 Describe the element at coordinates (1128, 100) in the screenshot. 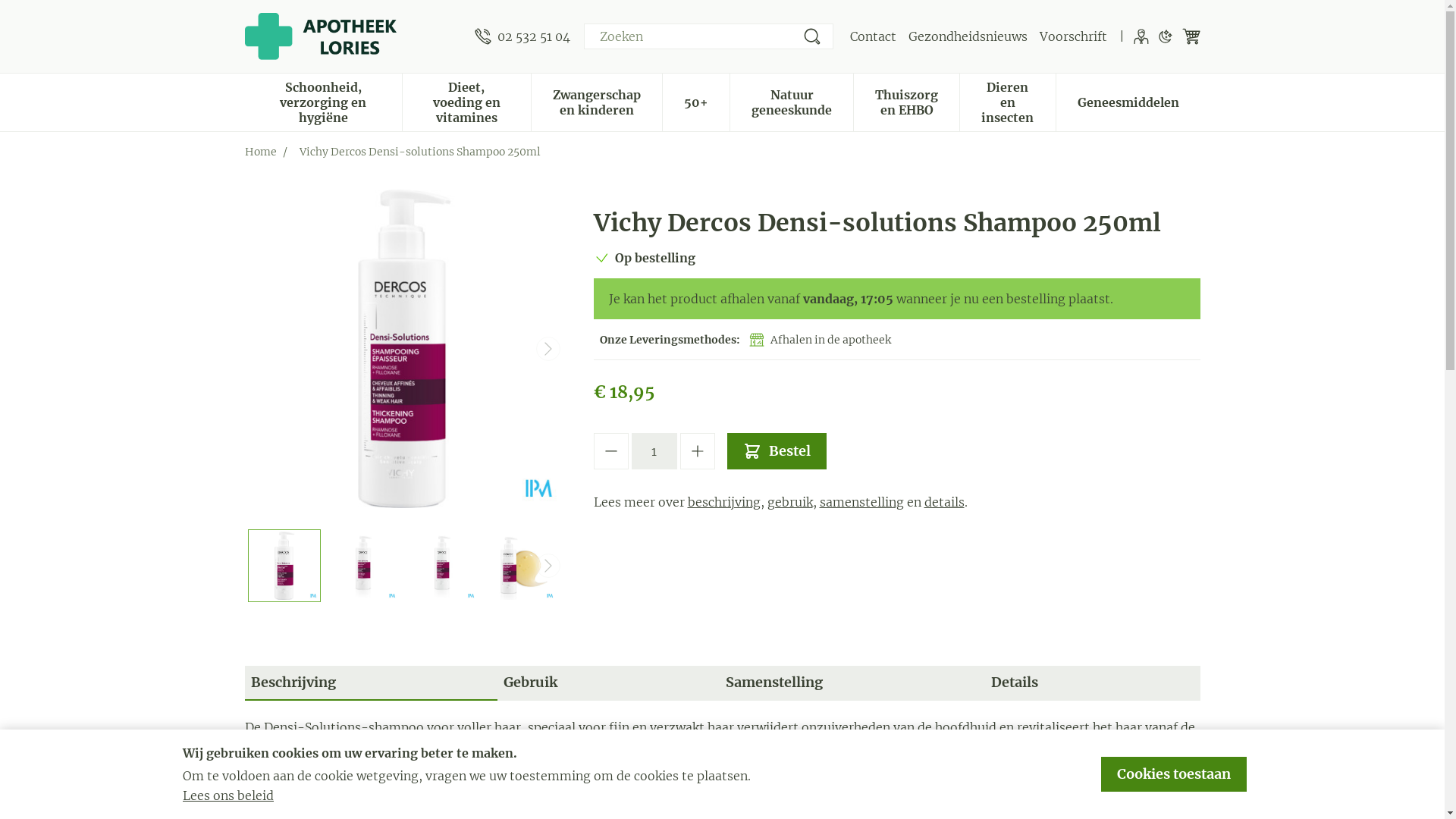

I see `'Geneesmiddelen'` at that location.